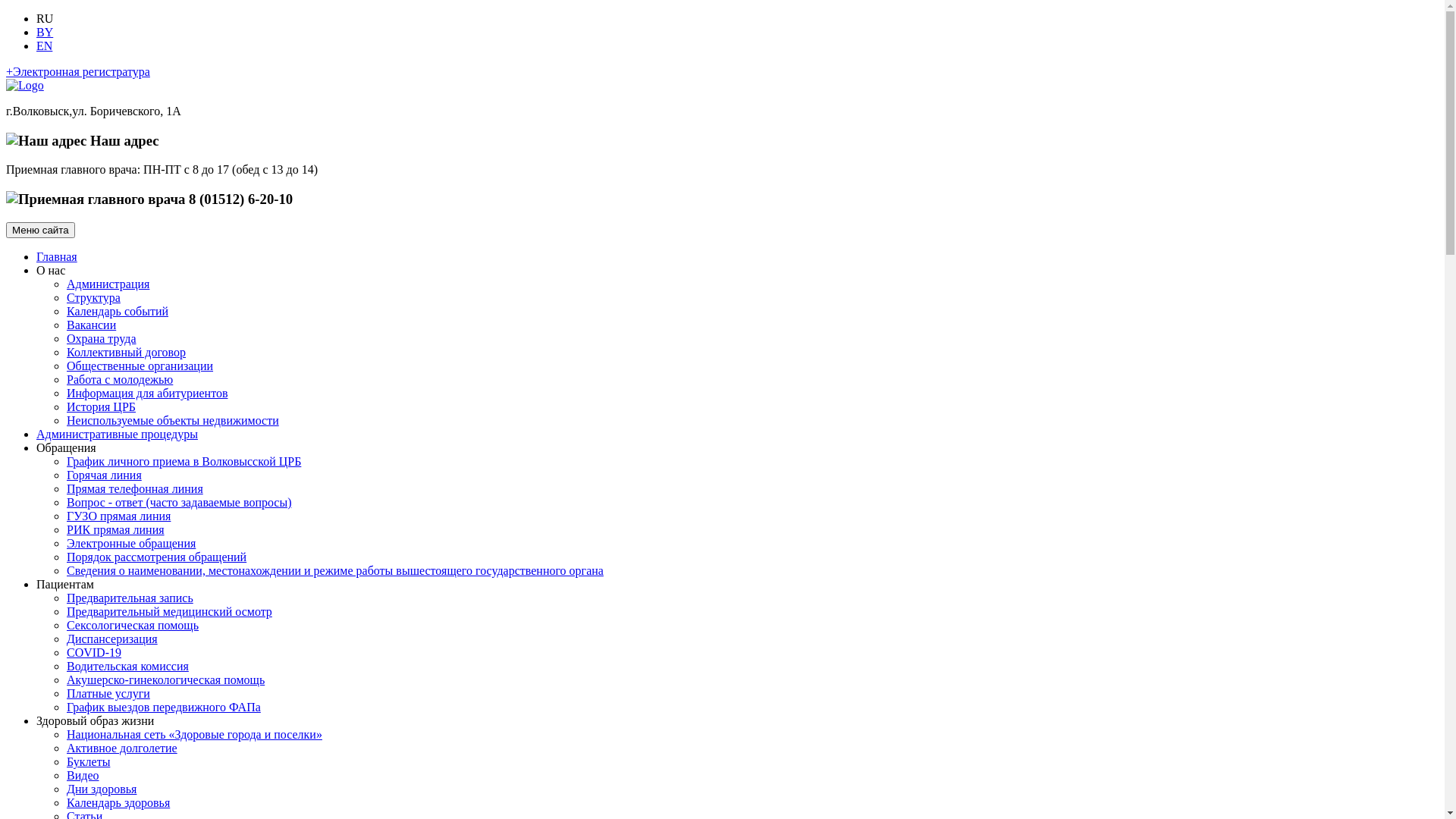 The height and width of the screenshot is (819, 1456). I want to click on 'EN', so click(44, 45).